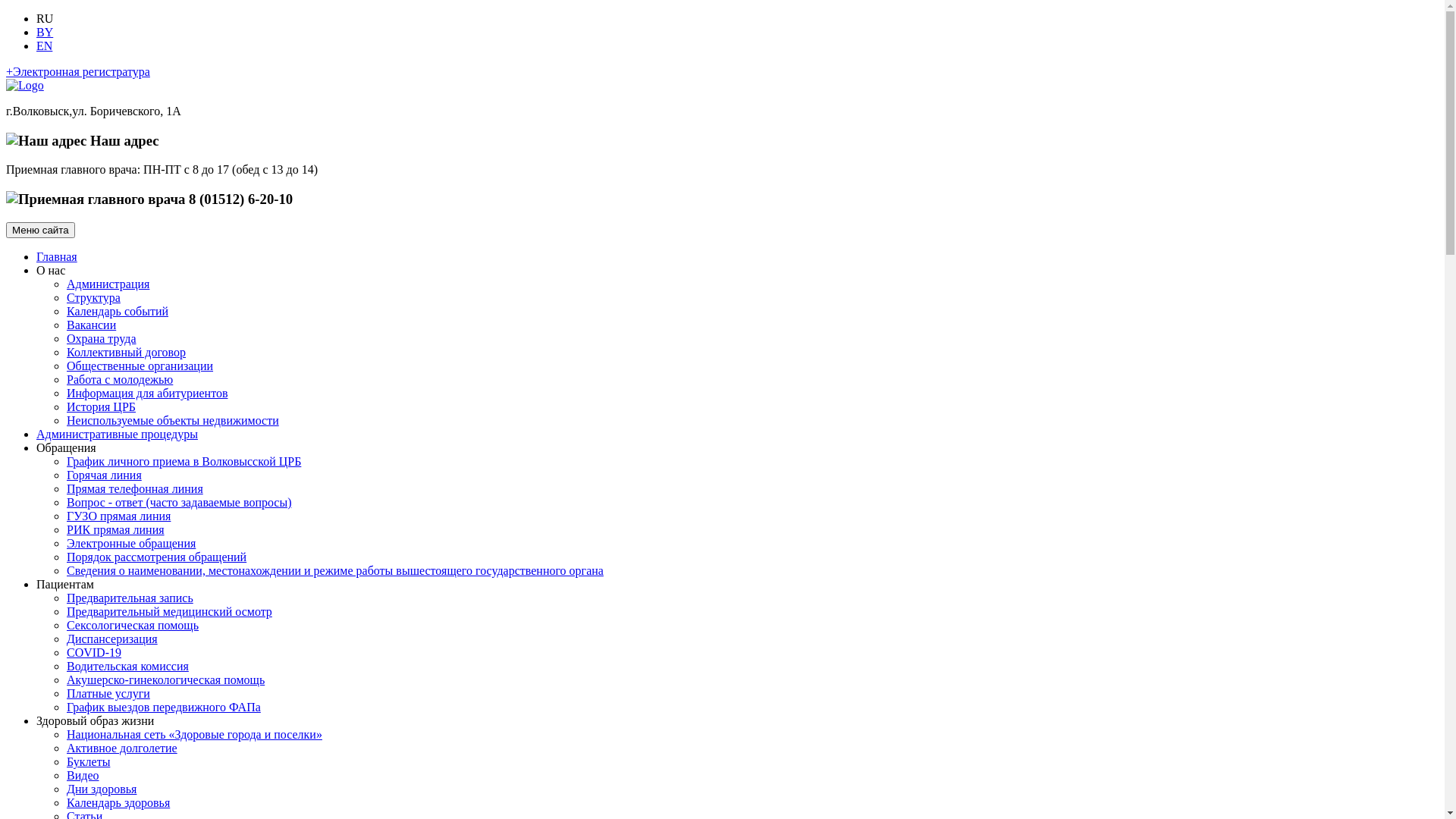 The height and width of the screenshot is (819, 1456). I want to click on 'EN', so click(44, 45).